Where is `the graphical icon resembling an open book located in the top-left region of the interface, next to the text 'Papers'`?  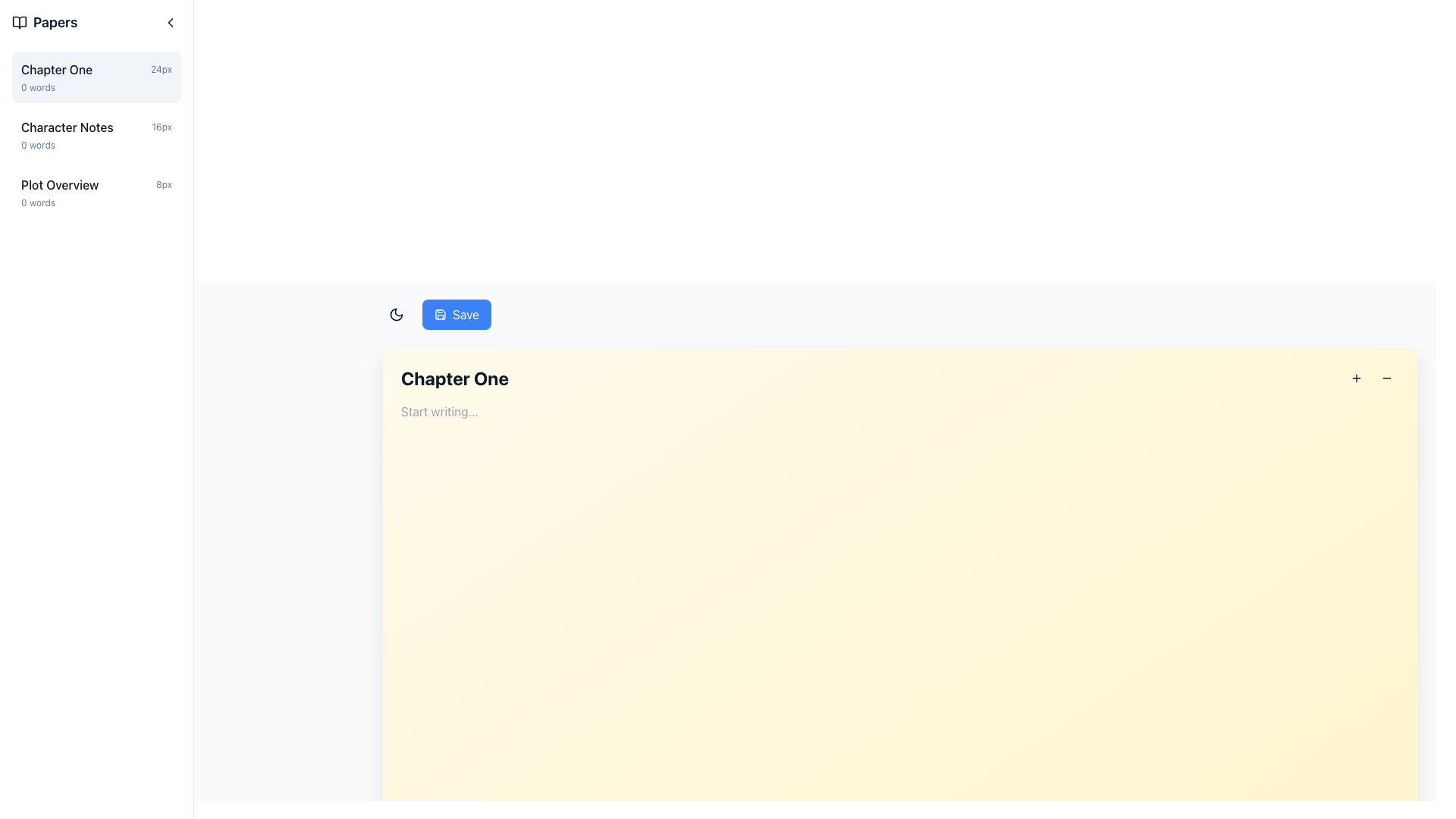
the graphical icon resembling an open book located in the top-left region of the interface, next to the text 'Papers' is located at coordinates (19, 23).